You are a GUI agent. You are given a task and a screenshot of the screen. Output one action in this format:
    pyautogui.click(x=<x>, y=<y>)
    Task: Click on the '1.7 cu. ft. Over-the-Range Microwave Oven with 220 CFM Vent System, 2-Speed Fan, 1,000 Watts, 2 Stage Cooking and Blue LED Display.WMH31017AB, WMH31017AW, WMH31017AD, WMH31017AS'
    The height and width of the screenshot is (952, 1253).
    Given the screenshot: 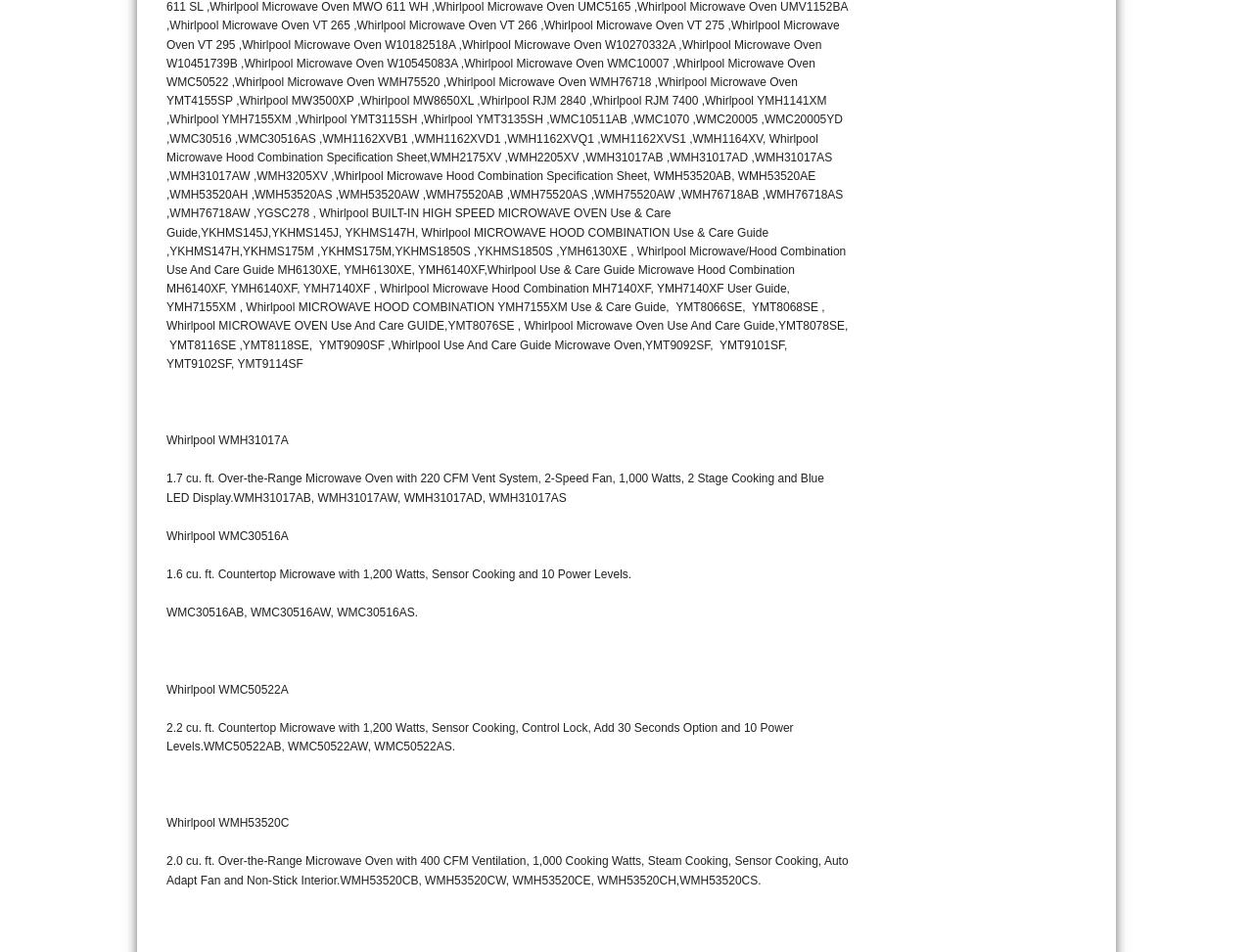 What is the action you would take?
    pyautogui.click(x=494, y=486)
    